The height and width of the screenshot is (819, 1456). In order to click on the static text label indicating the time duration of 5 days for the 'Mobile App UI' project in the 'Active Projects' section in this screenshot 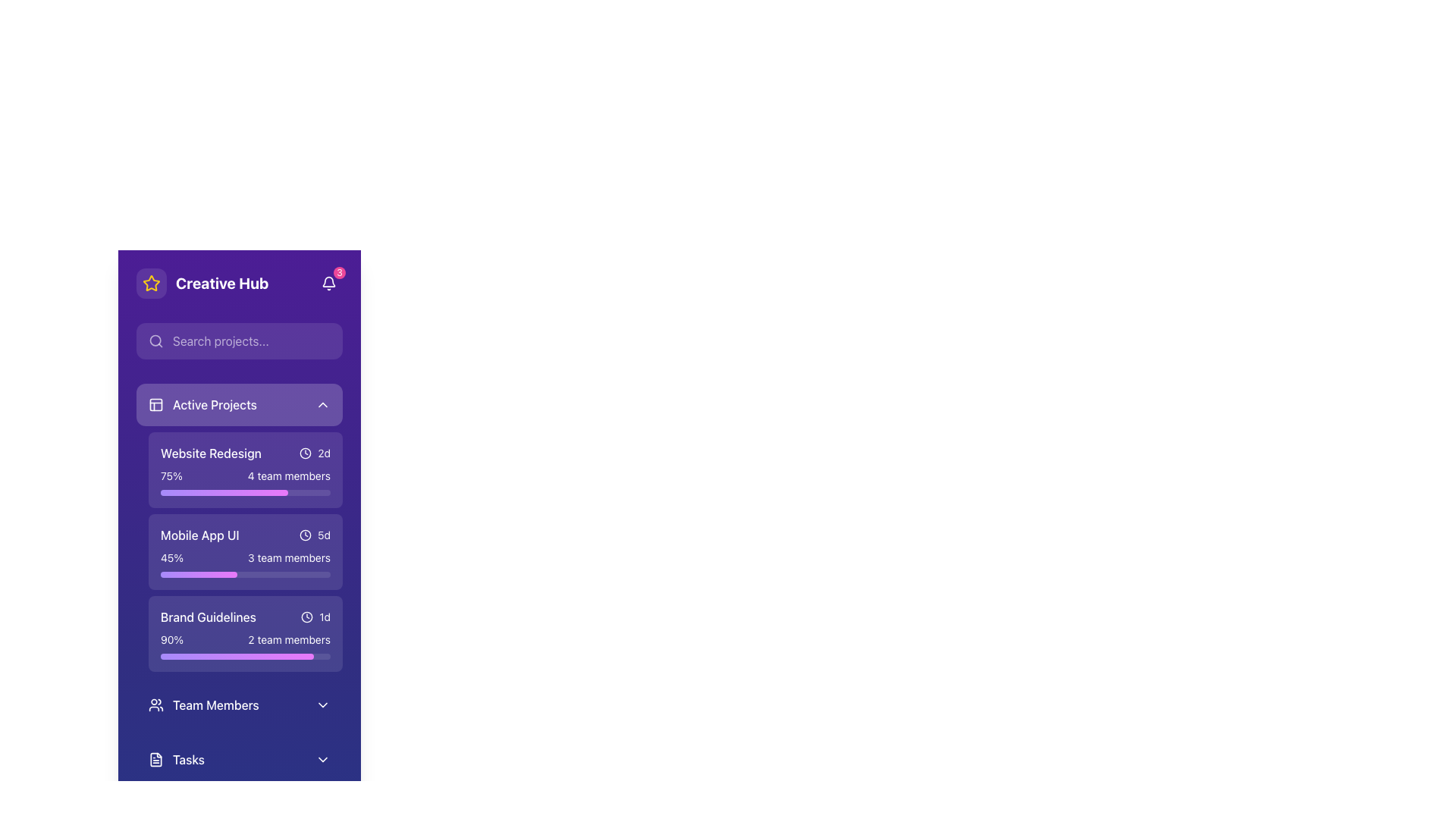, I will do `click(323, 534)`.